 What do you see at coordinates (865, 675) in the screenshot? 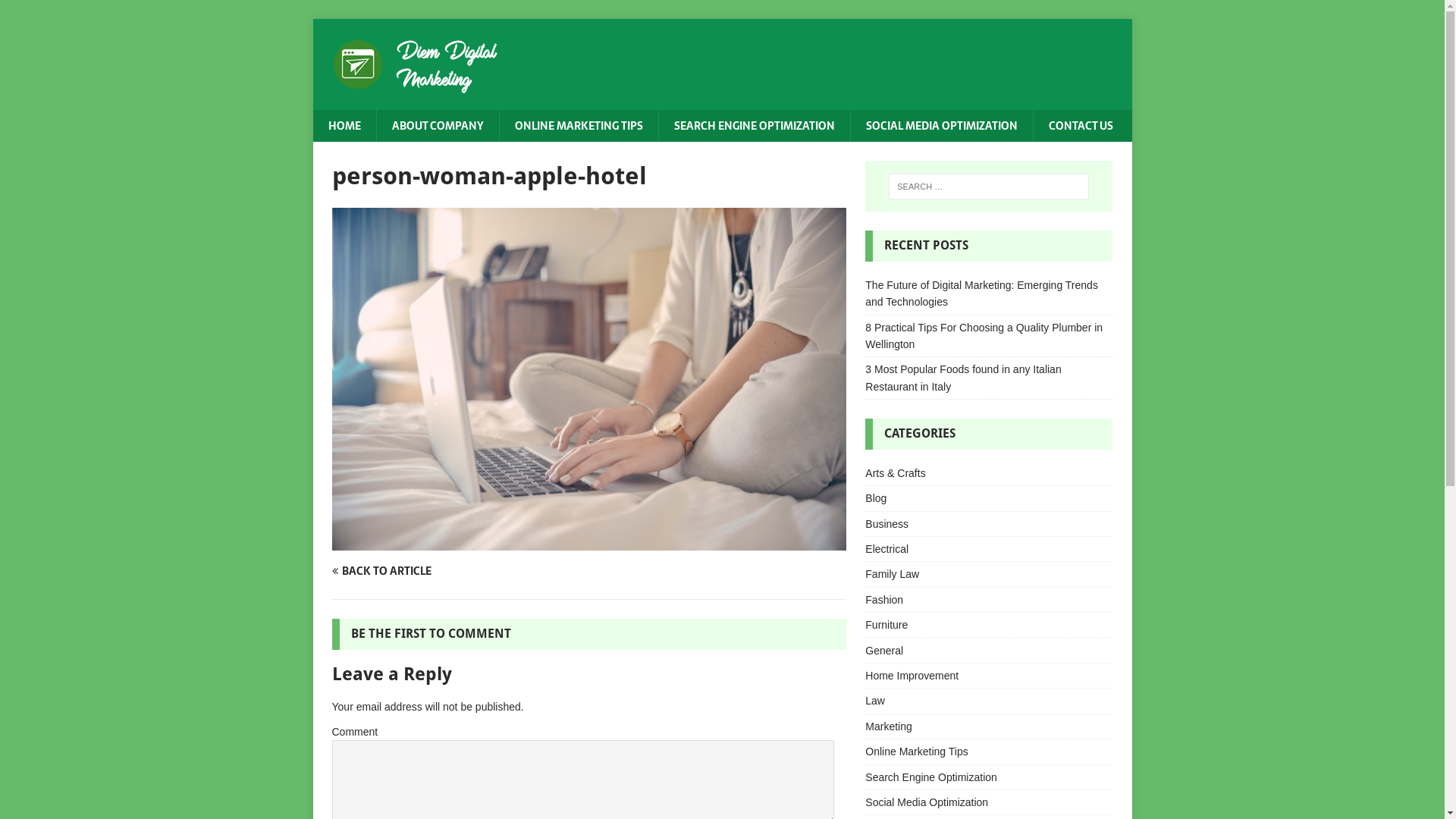
I see `'Home Improvement'` at bounding box center [865, 675].